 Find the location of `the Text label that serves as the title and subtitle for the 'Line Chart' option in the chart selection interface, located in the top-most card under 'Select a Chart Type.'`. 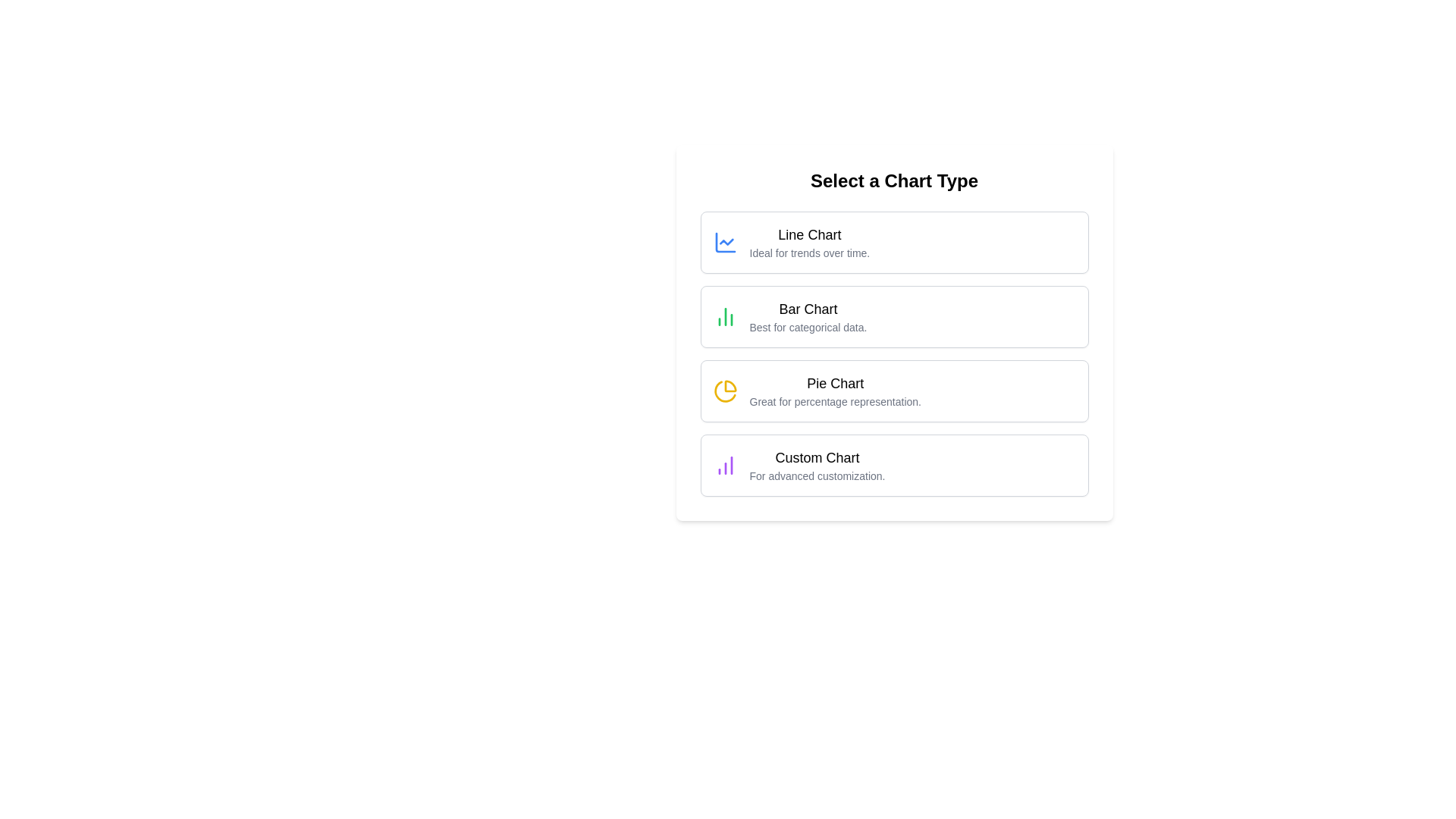

the Text label that serves as the title and subtitle for the 'Line Chart' option in the chart selection interface, located in the top-most card under 'Select a Chart Type.' is located at coordinates (808, 242).